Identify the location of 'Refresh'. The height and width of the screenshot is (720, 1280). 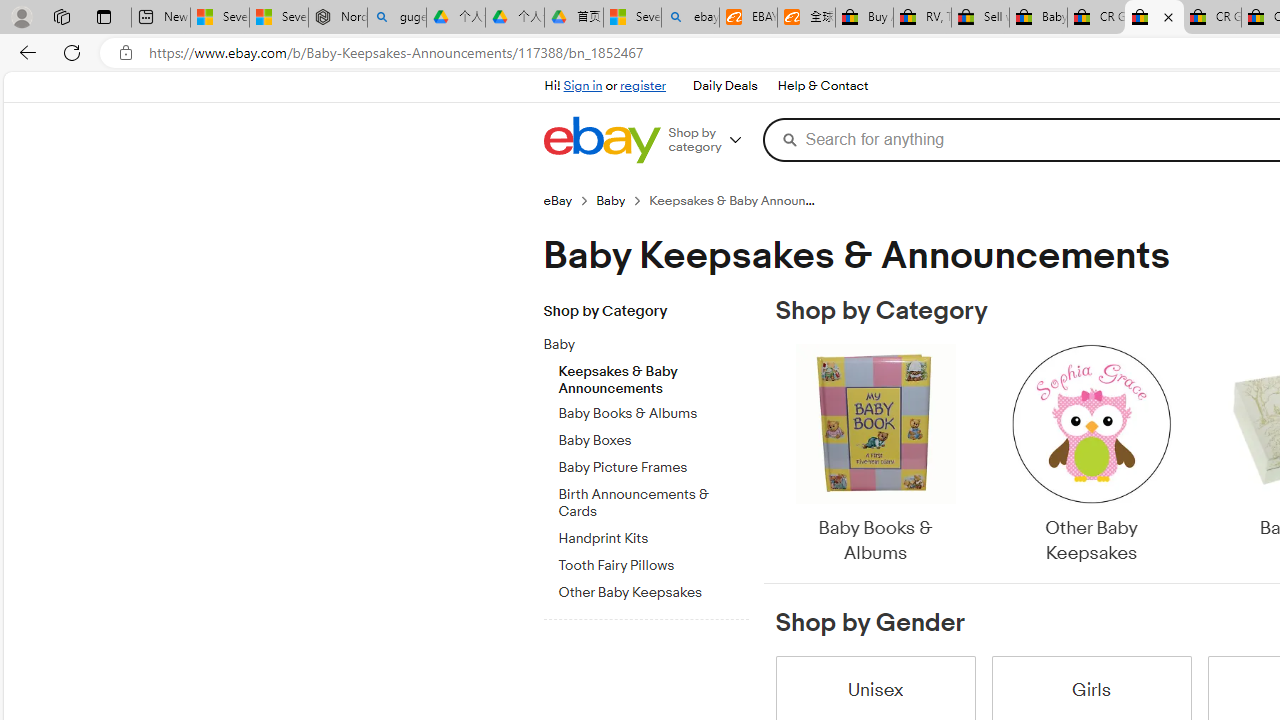
(72, 51).